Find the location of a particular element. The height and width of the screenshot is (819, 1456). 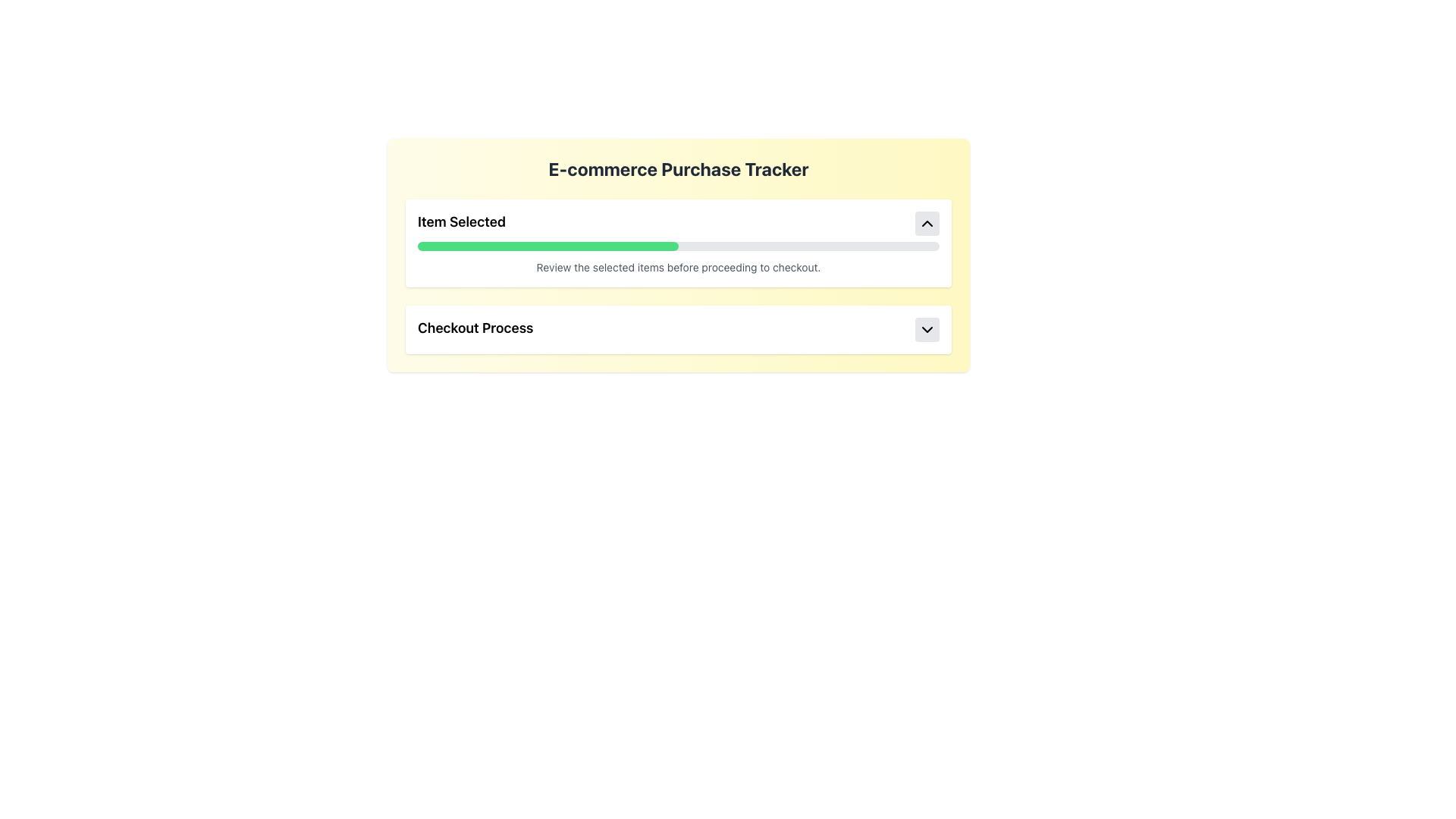

the linear progress bar below the 'Item Selected' heading, which has a light gray background and a green section indicating half progress is located at coordinates (677, 245).